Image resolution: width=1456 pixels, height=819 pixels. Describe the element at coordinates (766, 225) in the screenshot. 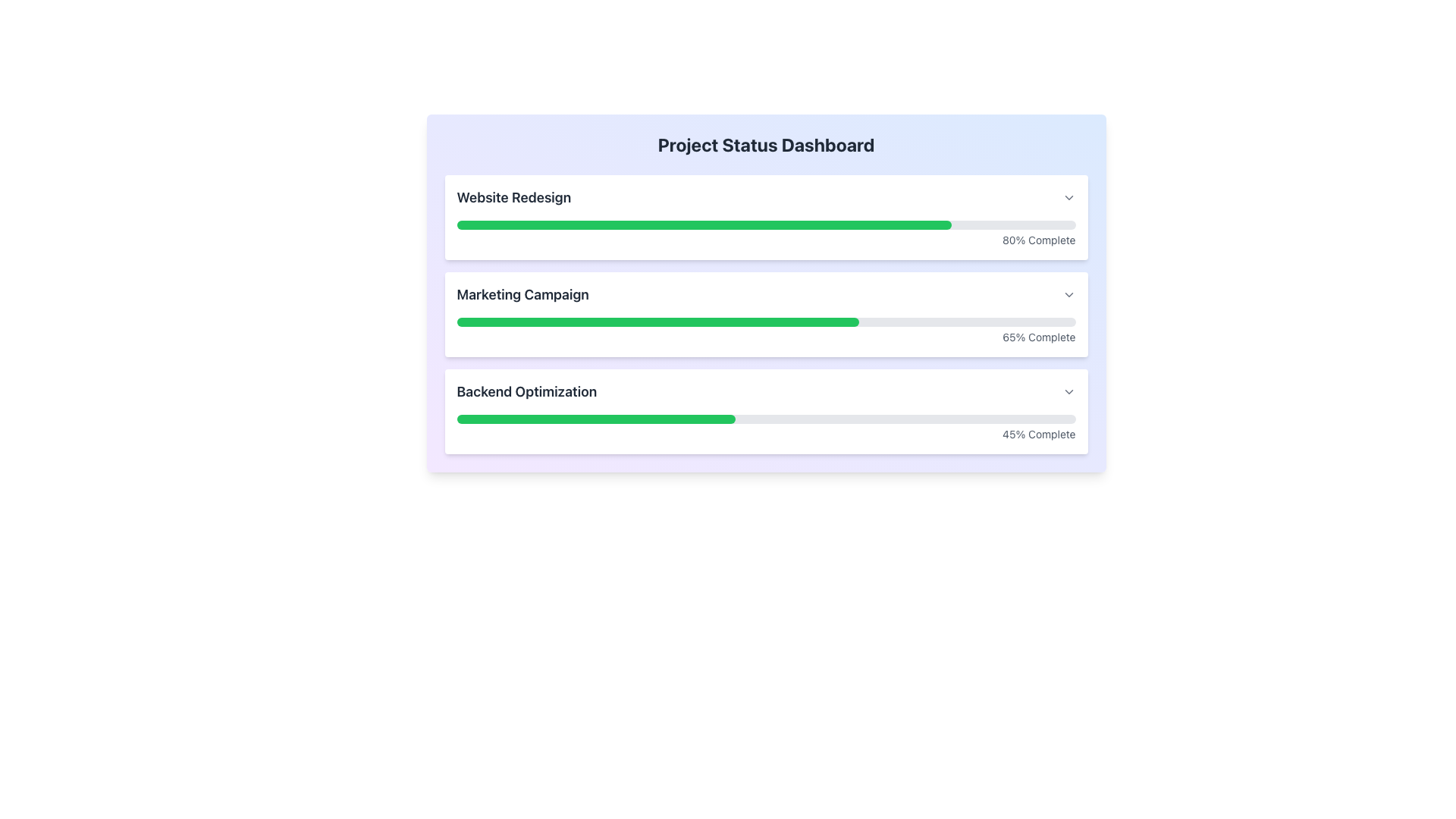

I see `the progress bar indicating 80% completion for the 'Website Redesign' task located in the top section of the 'Project Status Dashboard'` at that location.